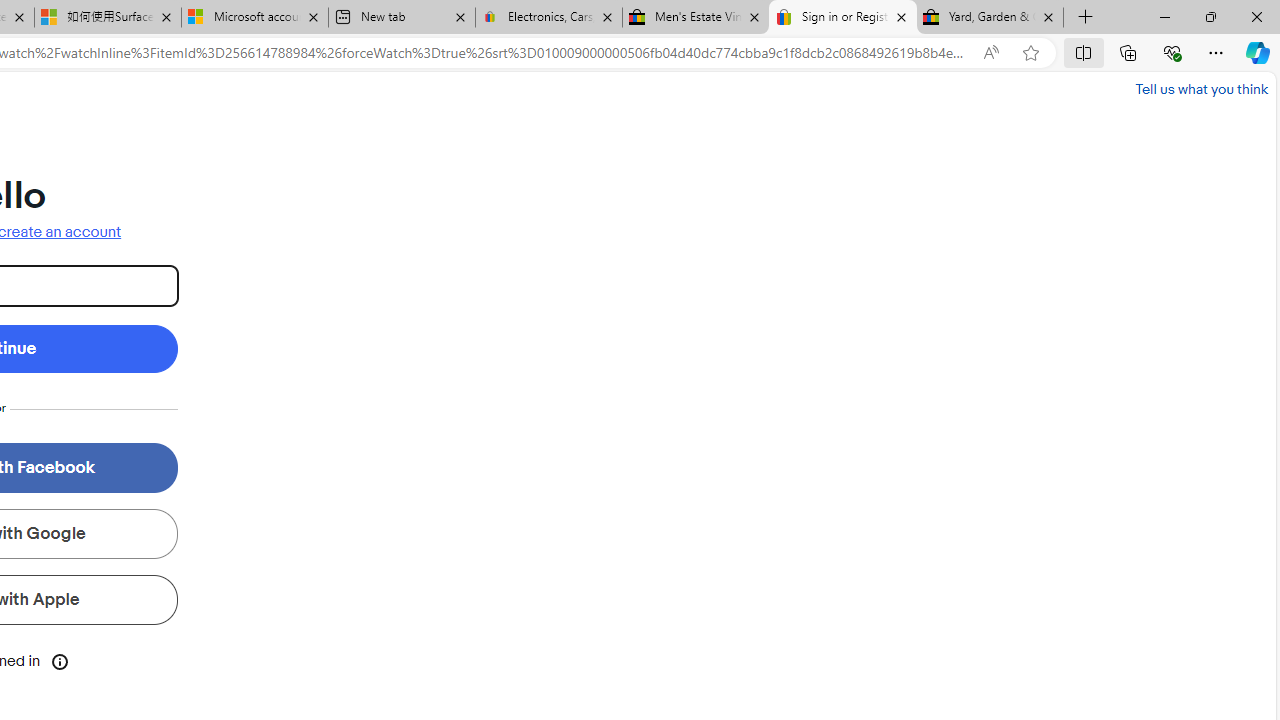 The width and height of the screenshot is (1280, 720). I want to click on 'Tell us what you think - Link opens in a new window', so click(1200, 88).